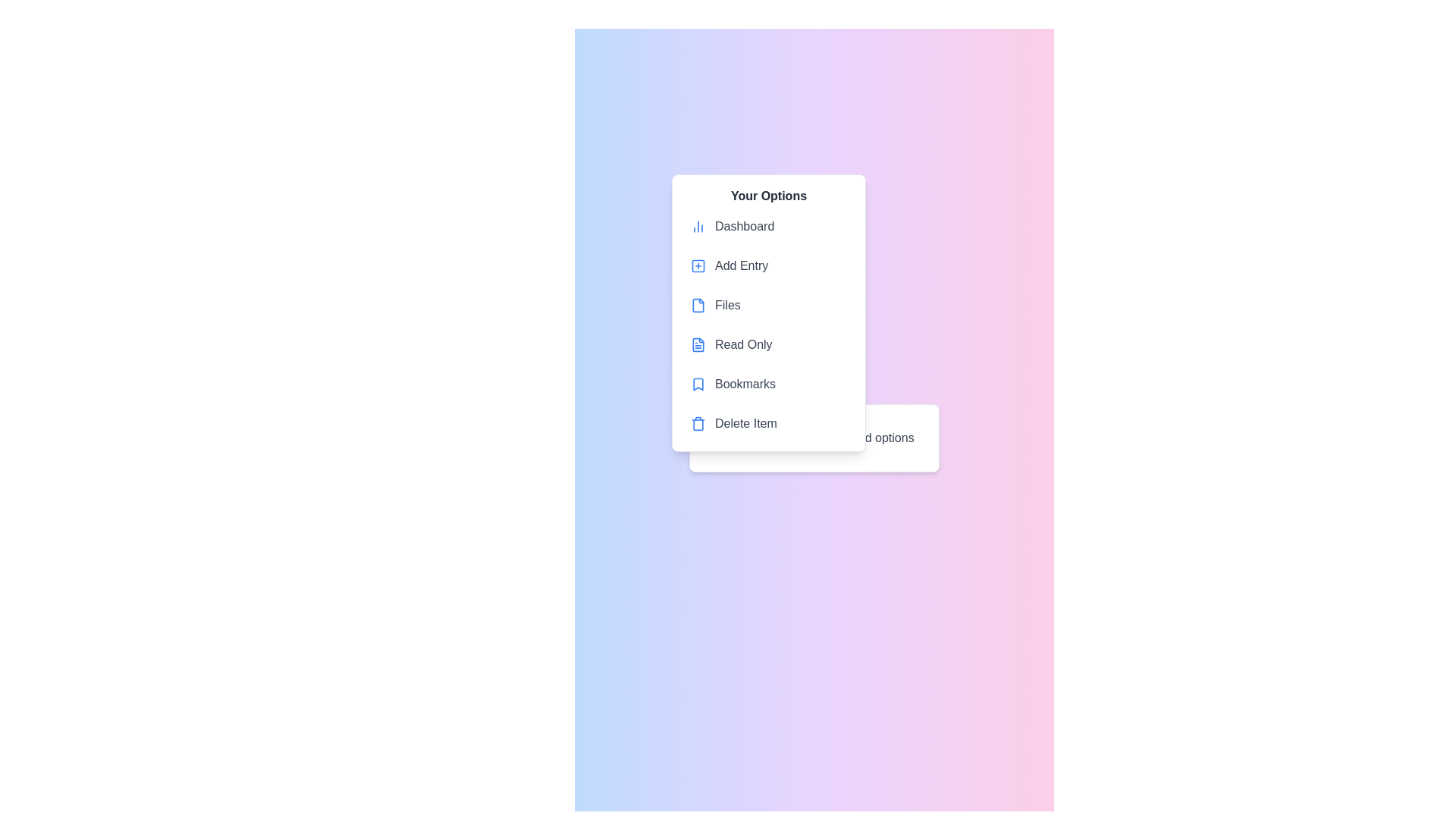  I want to click on the menu item Files to highlight it, so click(768, 305).